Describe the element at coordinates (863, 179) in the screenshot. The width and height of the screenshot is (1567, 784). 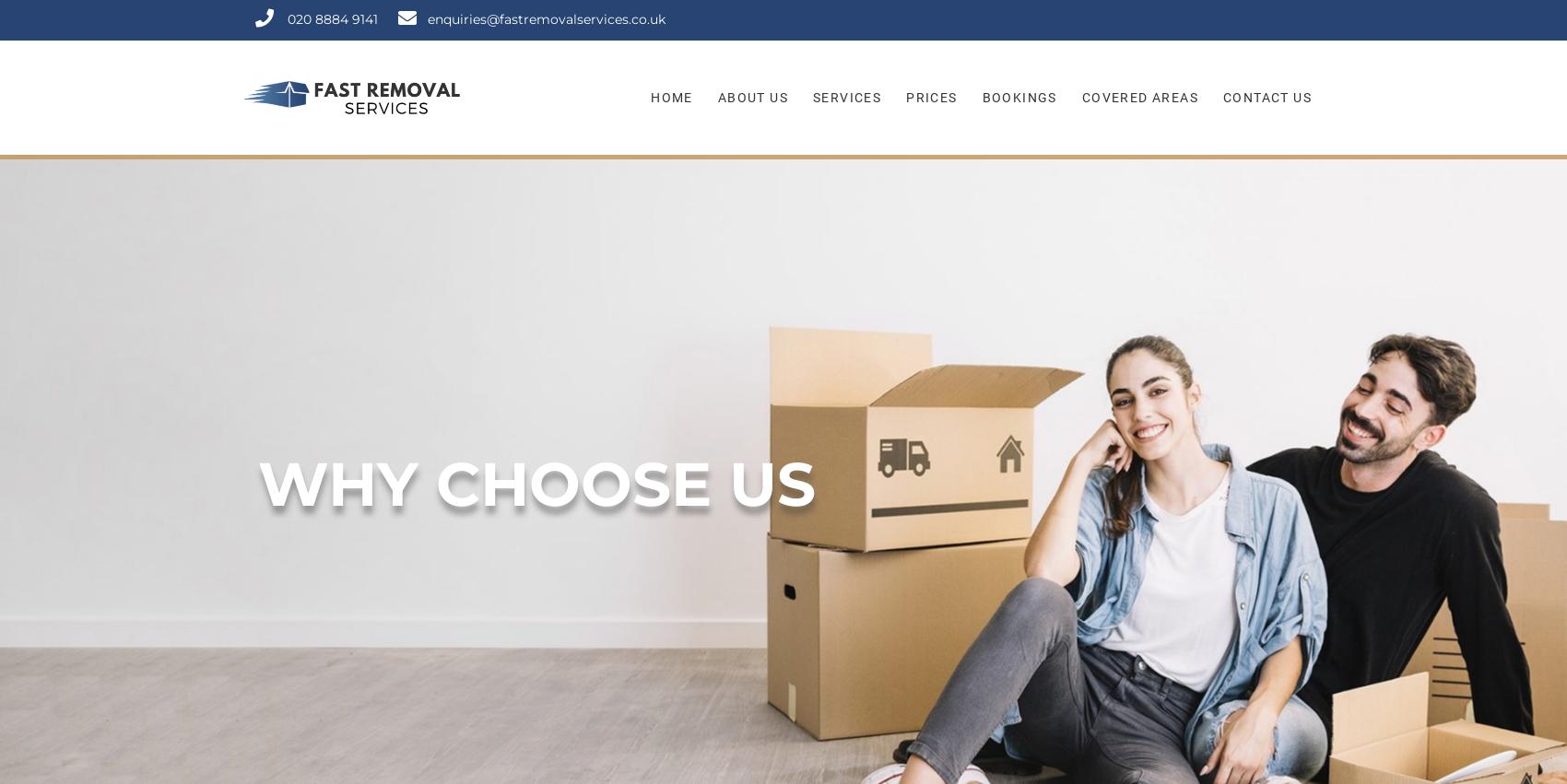
I see `'Office Removals'` at that location.